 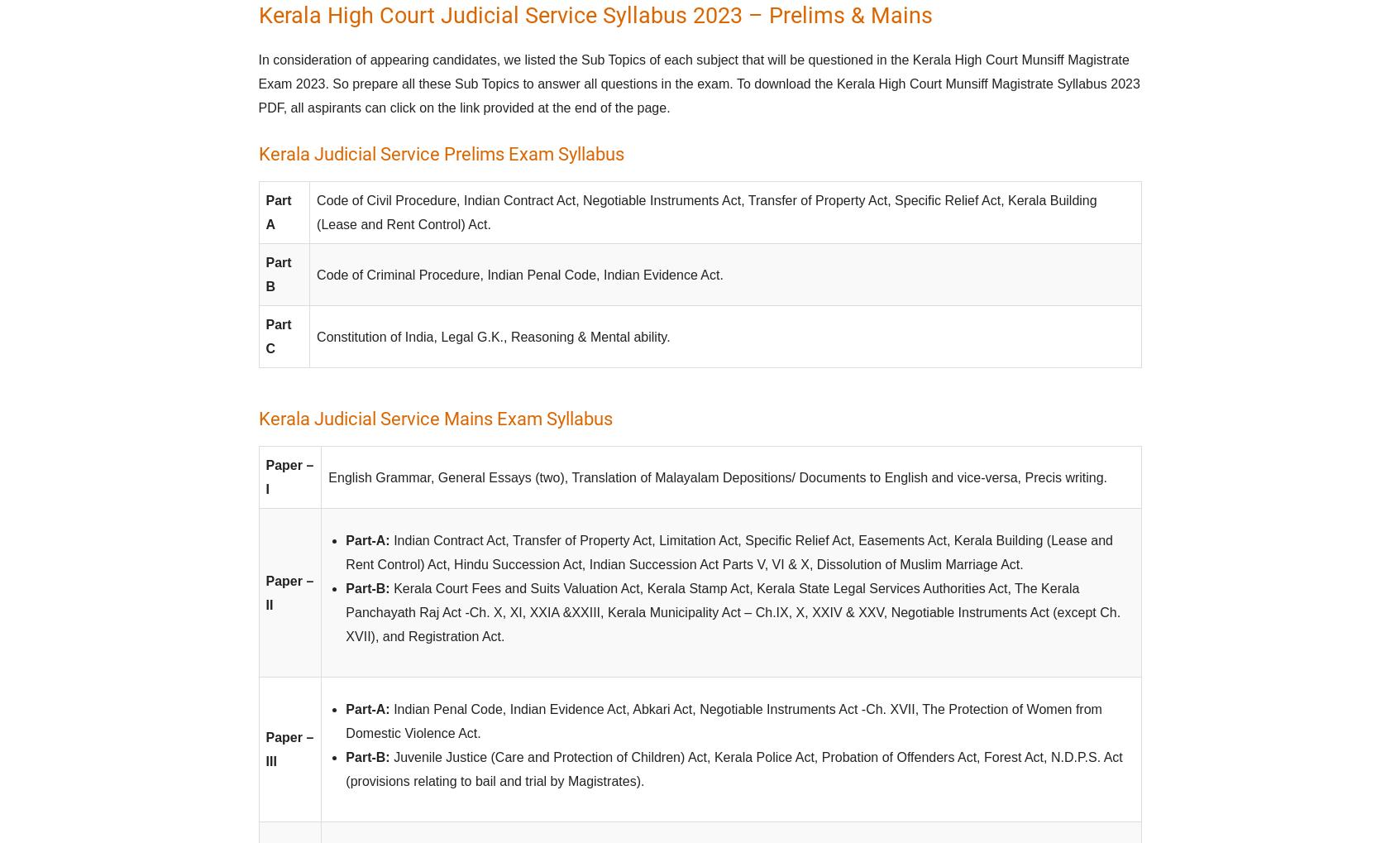 What do you see at coordinates (706, 212) in the screenshot?
I see `'Code of Civil Procedure, Indian Contract Act, Negotiable Instruments Act, Transfer of Property Act, Specific Relief Act, Kerala Building (Lease and Rent Control) Act.'` at bounding box center [706, 212].